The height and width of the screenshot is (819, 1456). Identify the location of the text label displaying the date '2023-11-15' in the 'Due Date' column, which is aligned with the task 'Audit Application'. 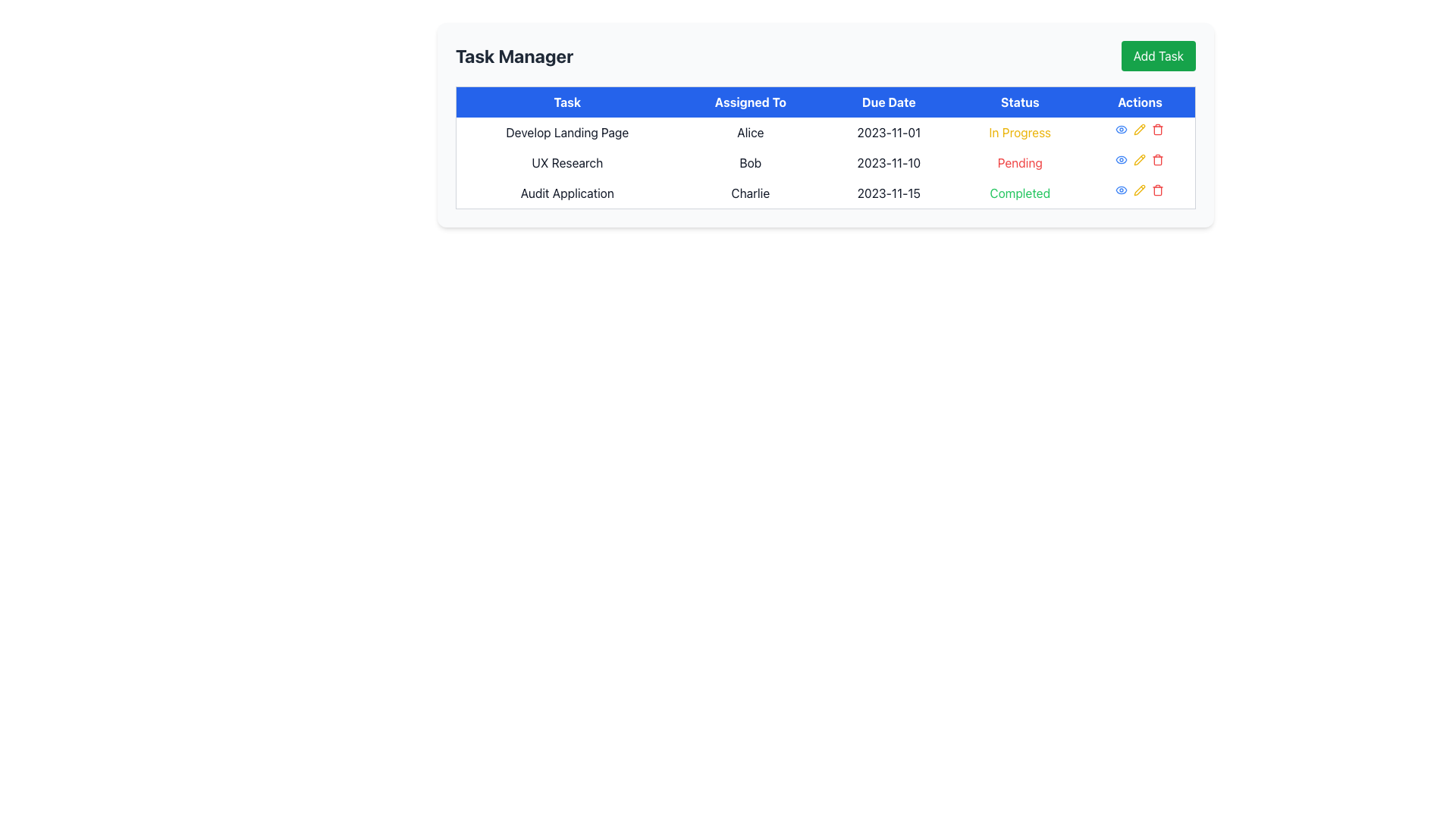
(889, 193).